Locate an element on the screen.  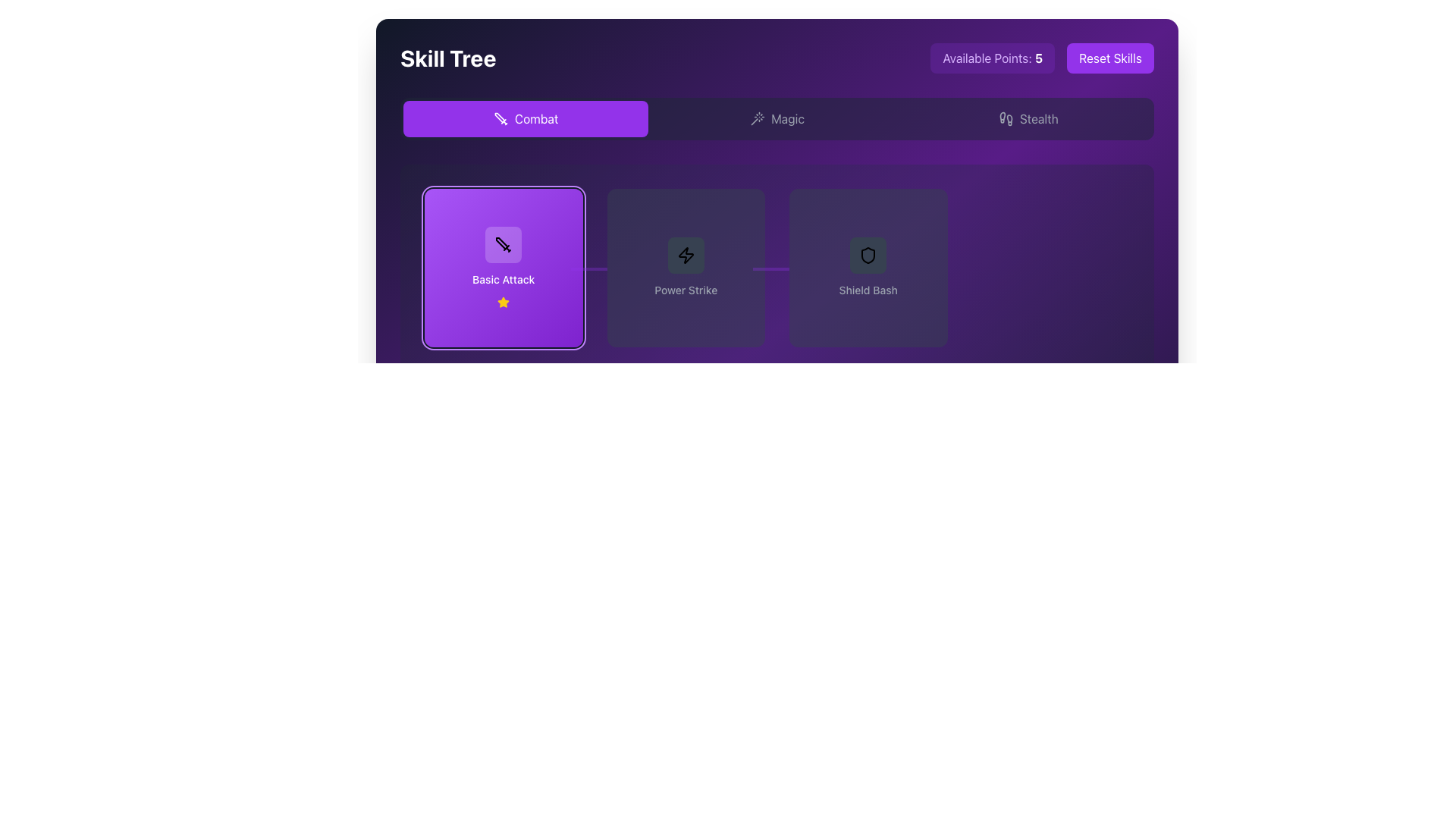
the yellow star-shaped icon located in the 'Basic Attack' section of the skill tree, directly below the text label is located at coordinates (504, 302).